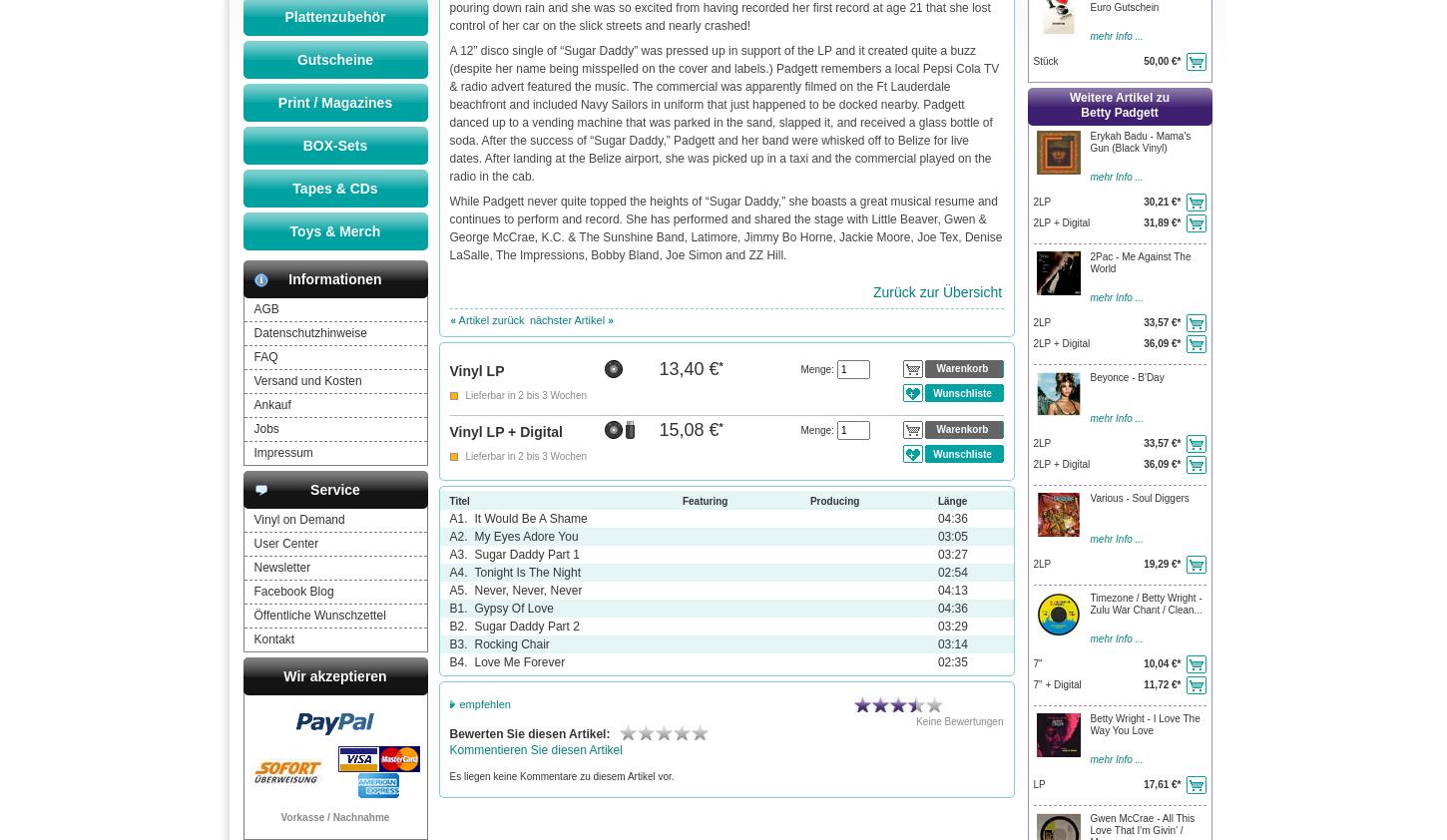 This screenshot has width=1447, height=840. Describe the element at coordinates (958, 721) in the screenshot. I see `'Keine Bewertungen'` at that location.